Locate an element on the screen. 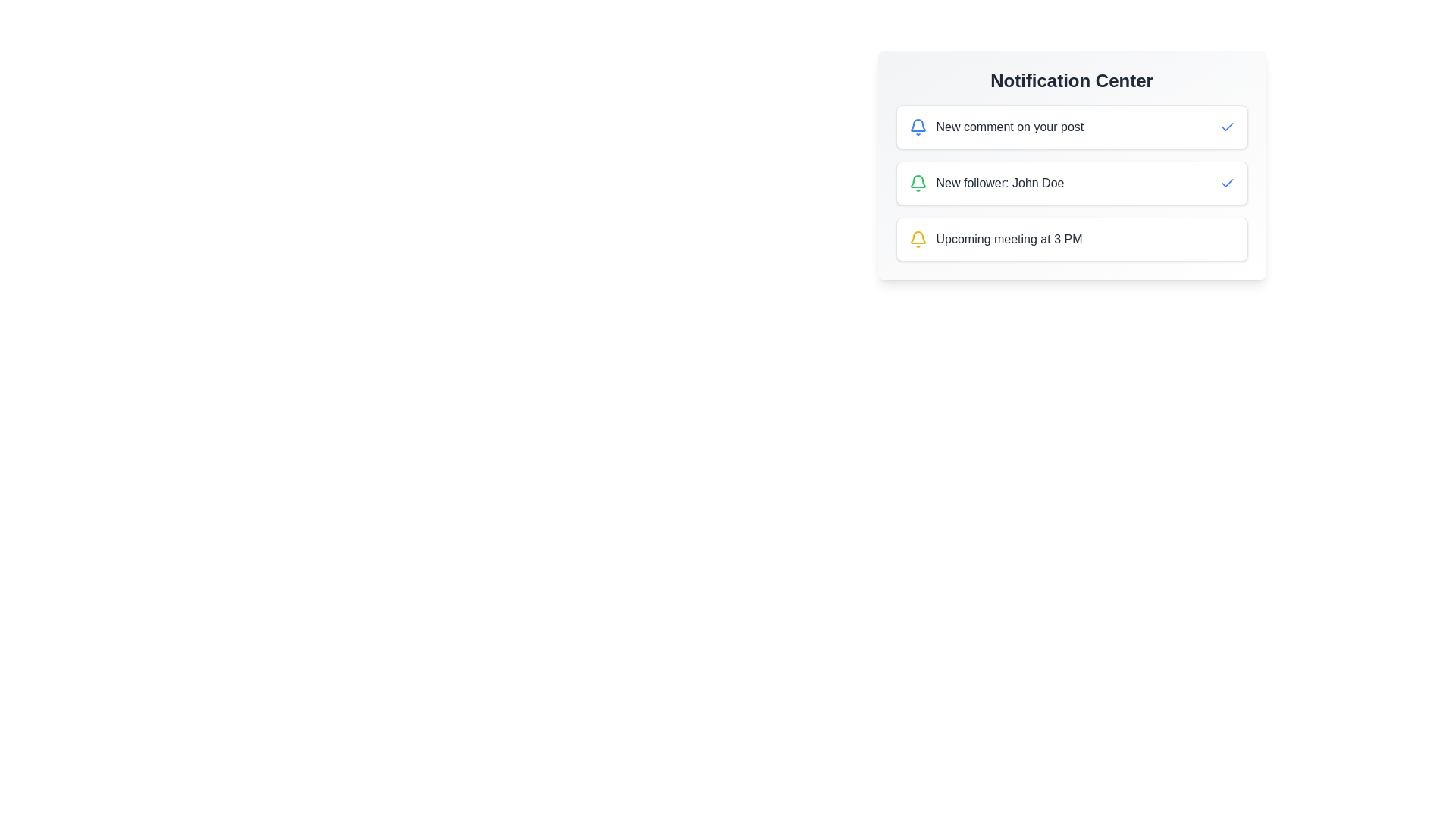  the notification entry that informs the user about a new follower named John Doe, which is the second notification in the list is located at coordinates (1071, 183).